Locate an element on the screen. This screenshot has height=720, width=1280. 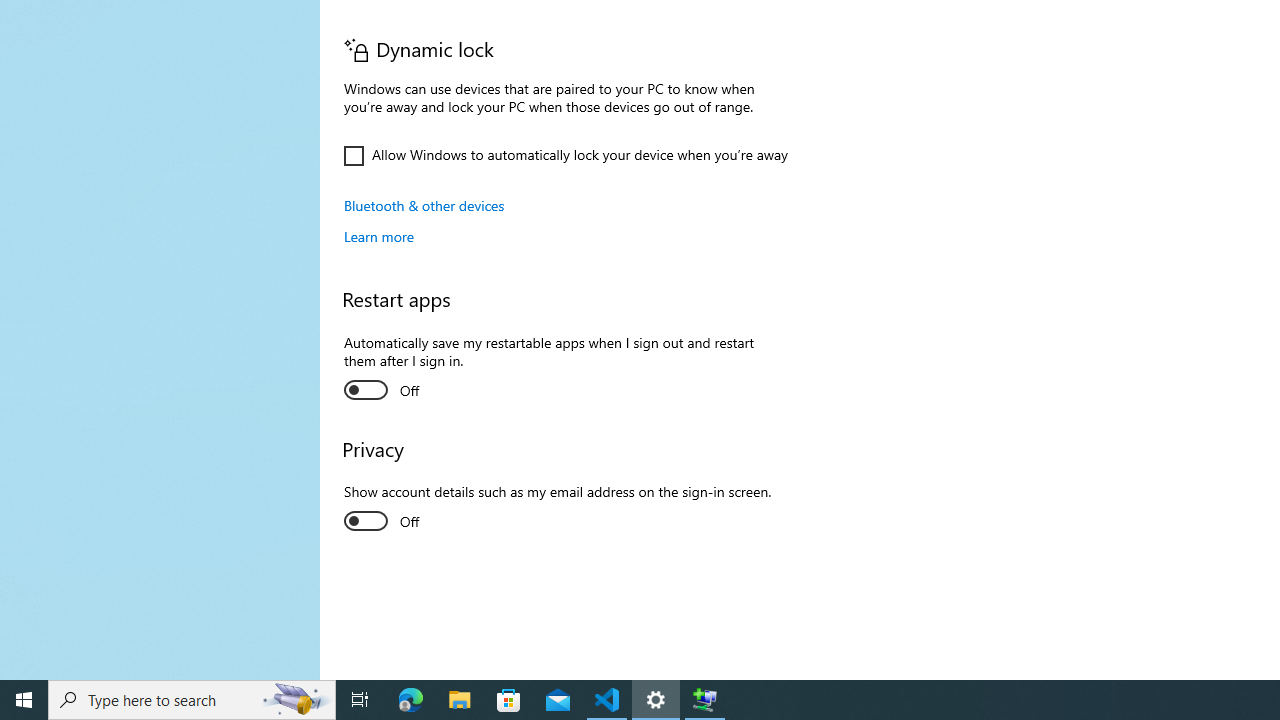
'Settings - 1 running window' is located at coordinates (656, 698).